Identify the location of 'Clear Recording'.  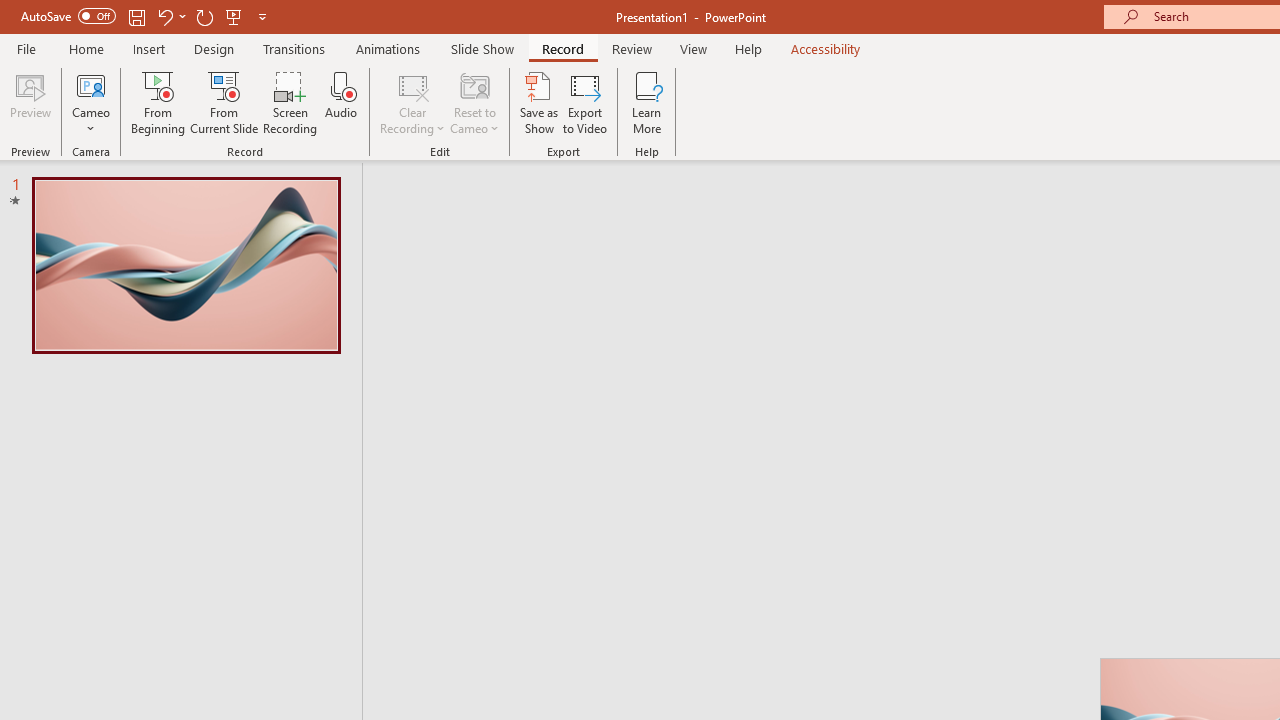
(411, 103).